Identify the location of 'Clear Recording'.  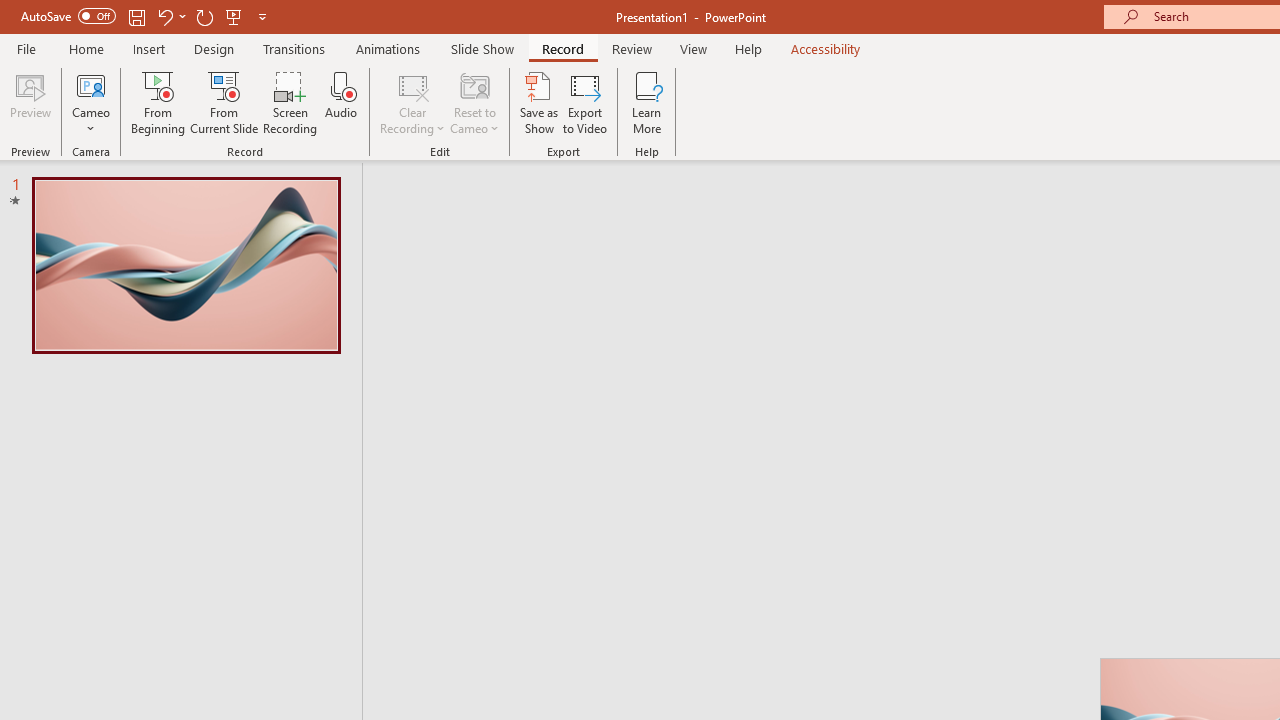
(411, 103).